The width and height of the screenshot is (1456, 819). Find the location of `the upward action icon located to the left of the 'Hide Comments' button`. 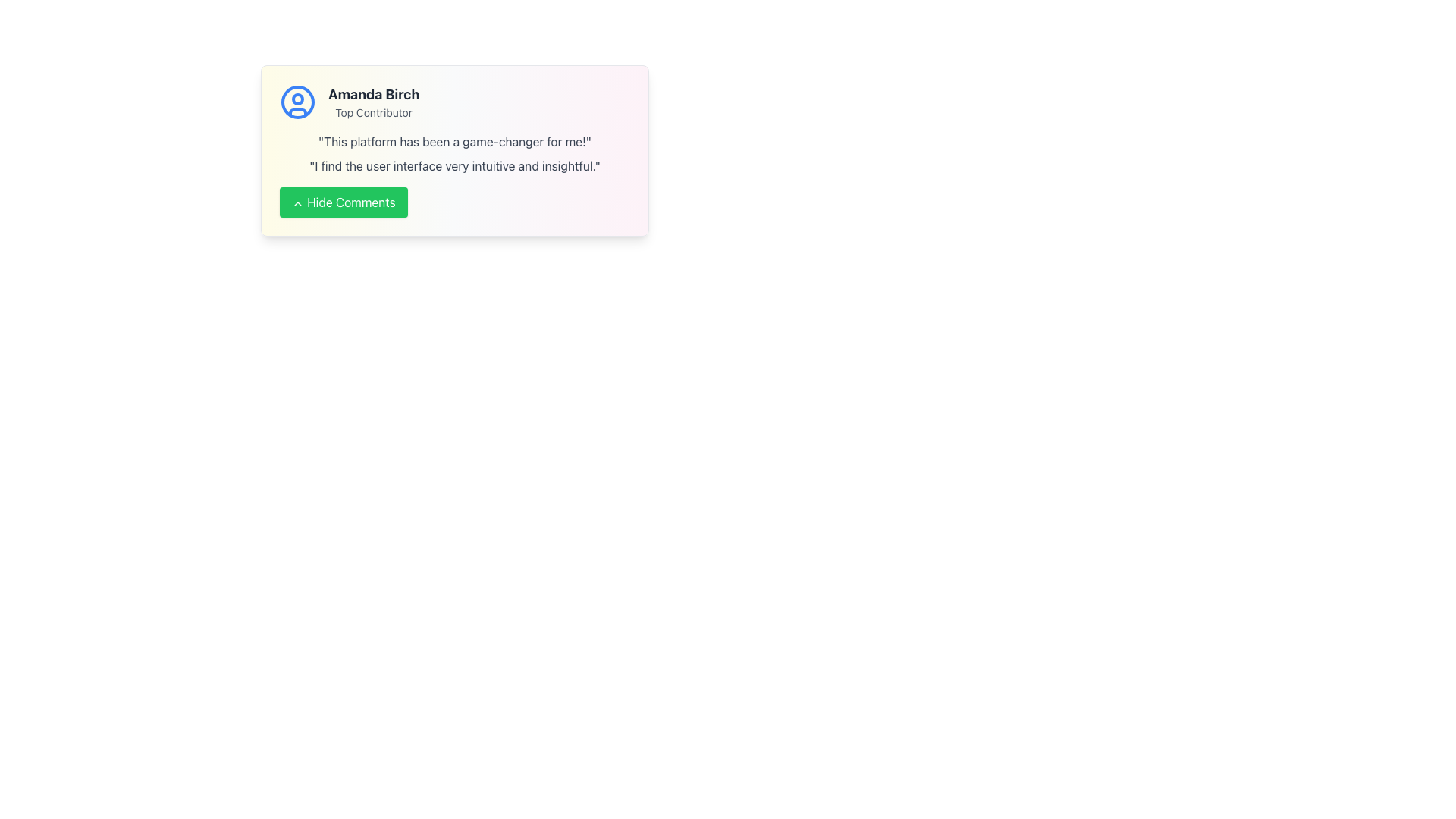

the upward action icon located to the left of the 'Hide Comments' button is located at coordinates (298, 202).